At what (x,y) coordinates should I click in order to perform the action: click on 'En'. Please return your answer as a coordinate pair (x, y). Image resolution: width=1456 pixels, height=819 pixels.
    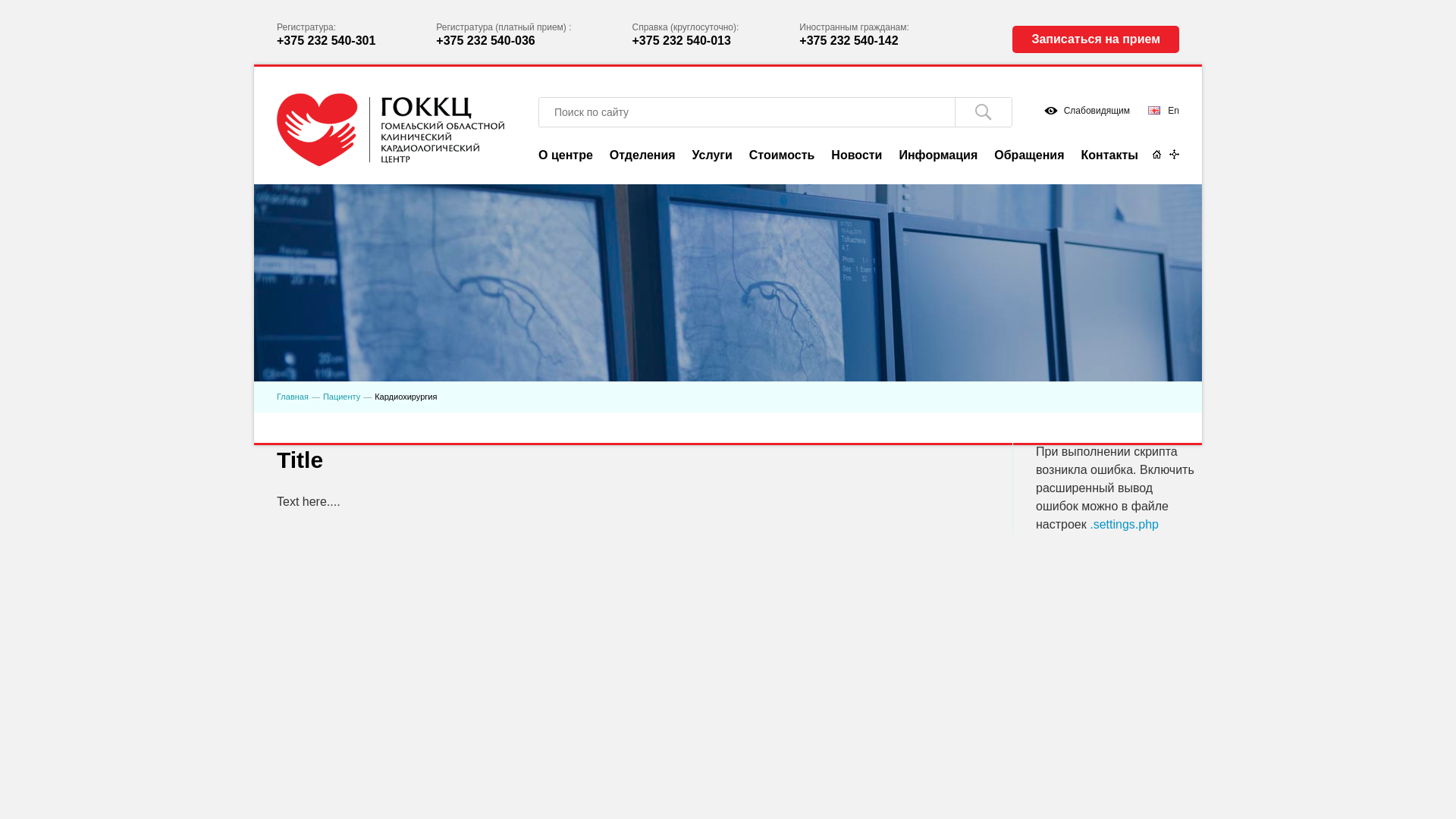
    Looking at the image, I should click on (1163, 110).